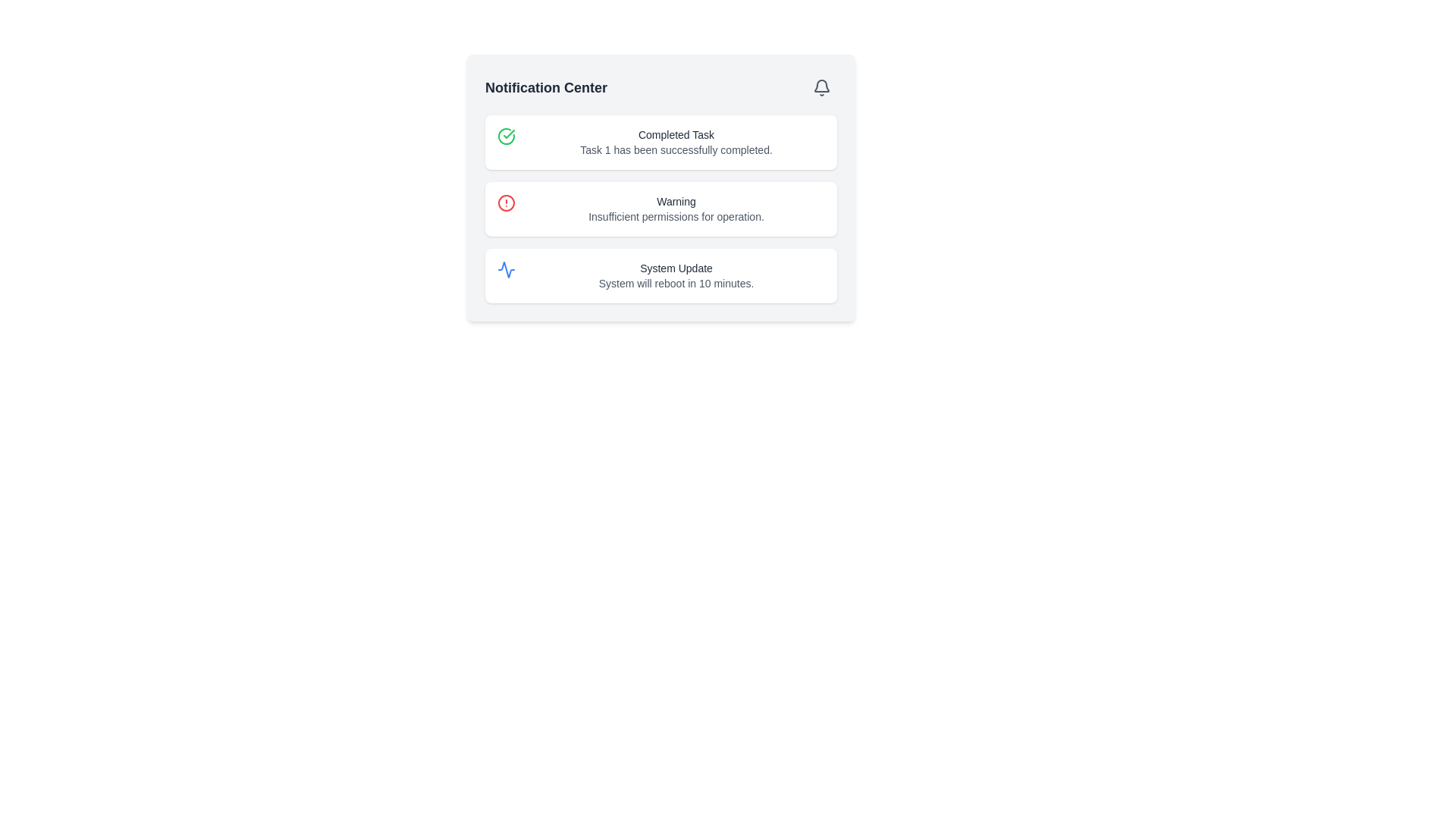  I want to click on the dynamic waveform icon styled in blue, located in the third notification card titled 'System Update' within the notification center, positioned to the left of the title and description text, so click(506, 268).